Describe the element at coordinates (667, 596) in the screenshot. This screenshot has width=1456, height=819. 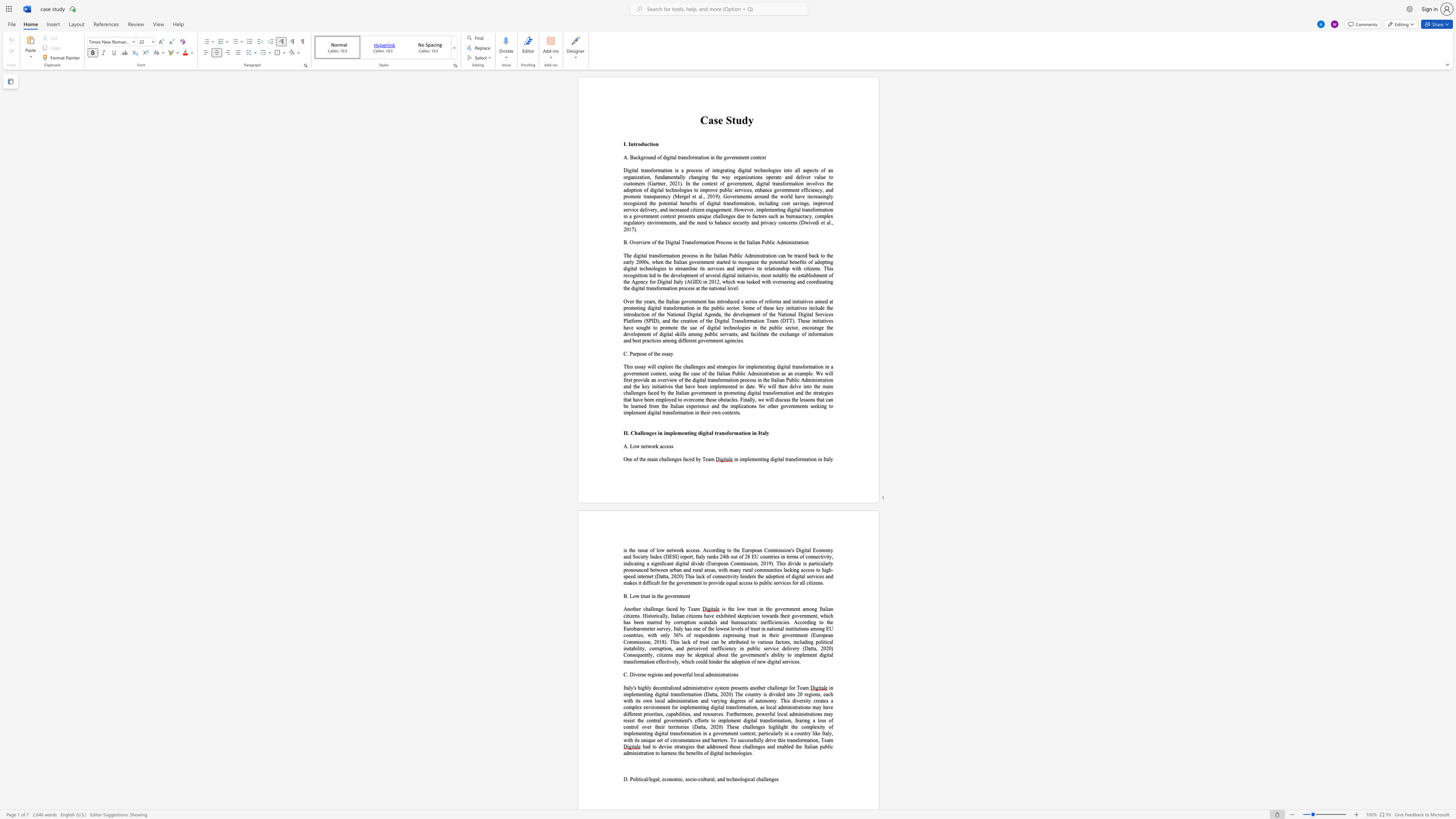
I see `the subset text "ov" within the text "B. Low trust in the government"` at that location.